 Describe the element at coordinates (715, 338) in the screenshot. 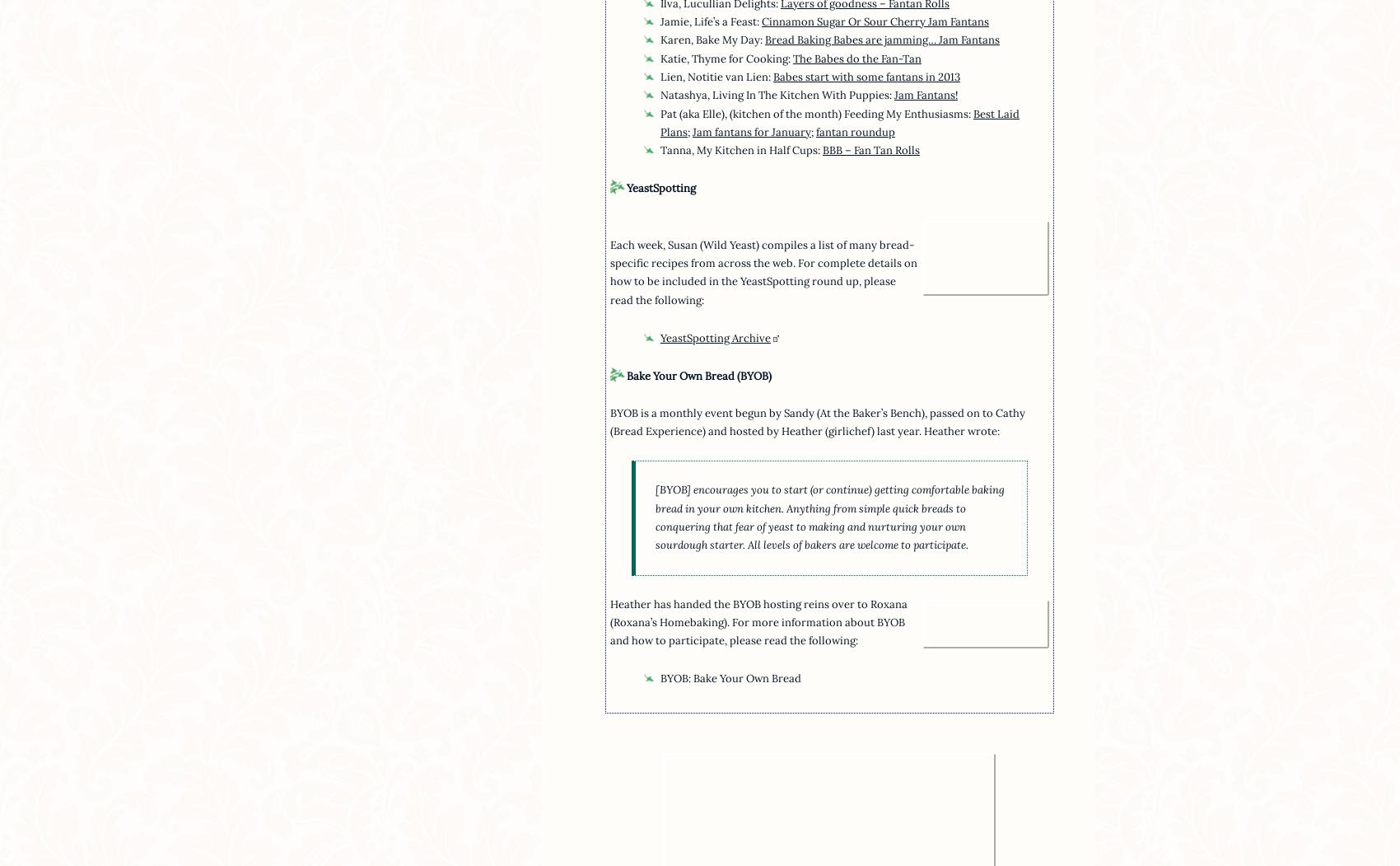

I see `'YeastSpotting Archive'` at that location.